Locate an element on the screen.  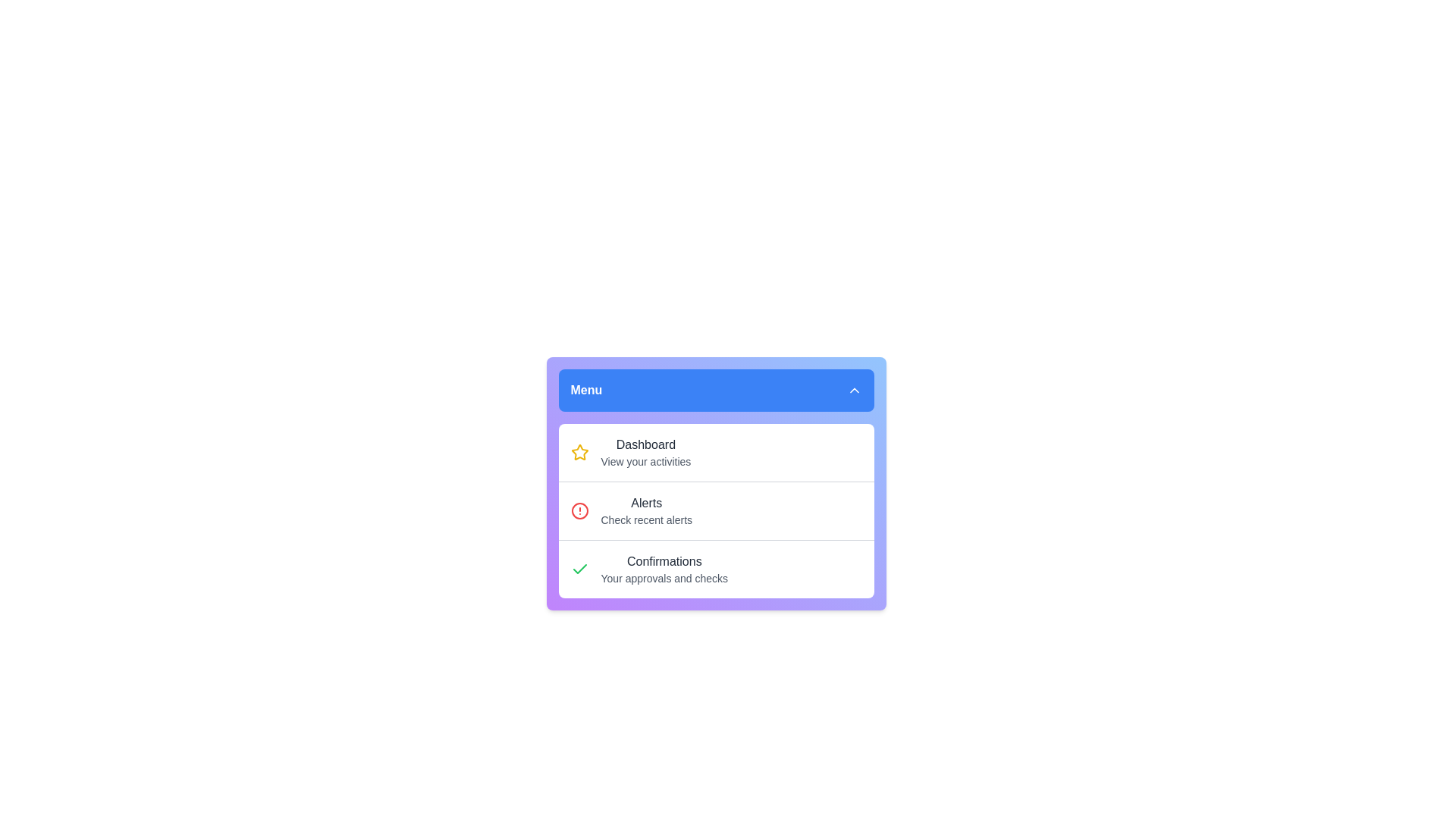
the 'Confirmations' menu item, which features a green-check icon on the left and bolded text is located at coordinates (715, 569).